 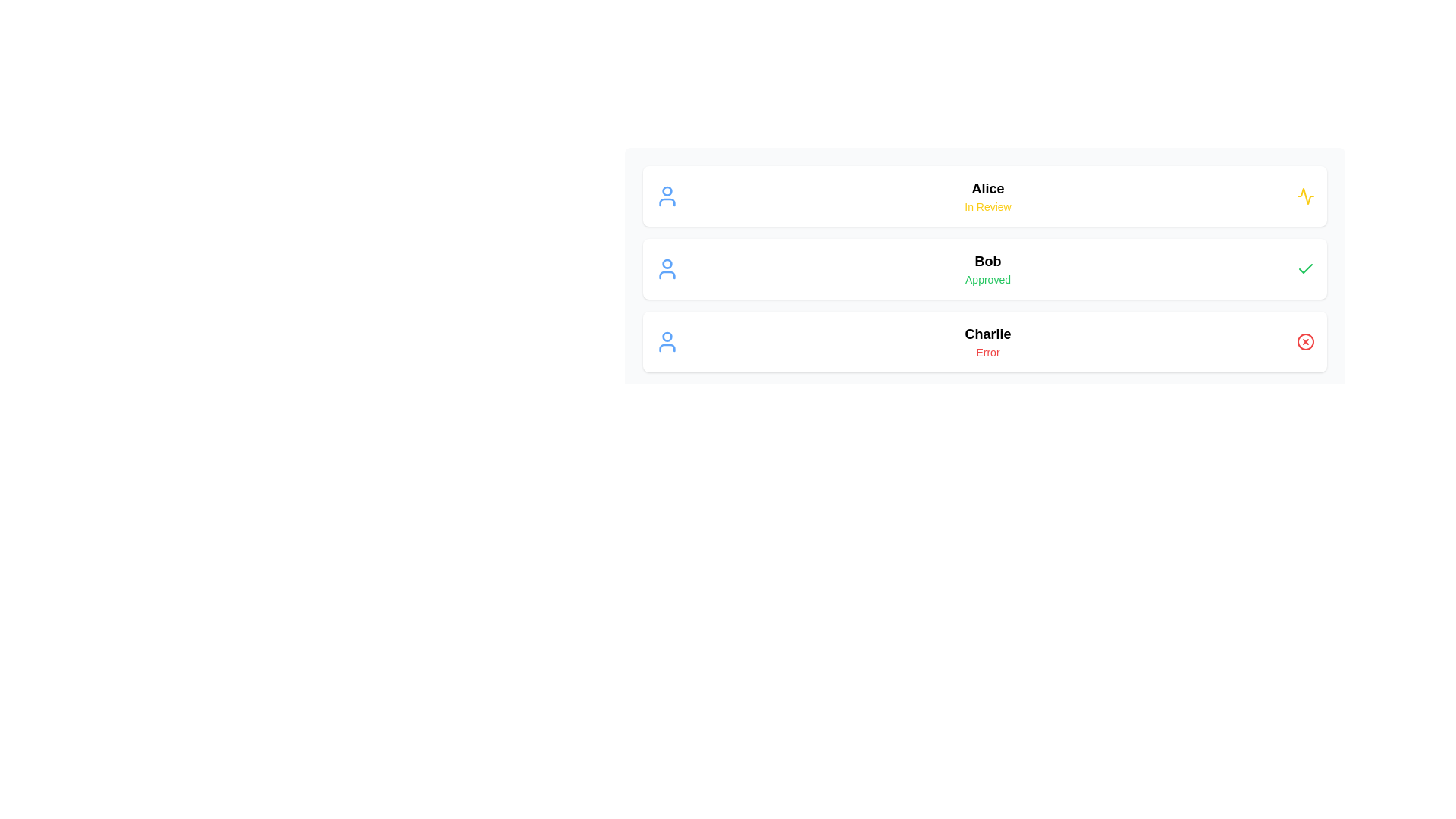 What do you see at coordinates (987, 188) in the screenshot?
I see `the 'Alice' text label, which is bold and large` at bounding box center [987, 188].